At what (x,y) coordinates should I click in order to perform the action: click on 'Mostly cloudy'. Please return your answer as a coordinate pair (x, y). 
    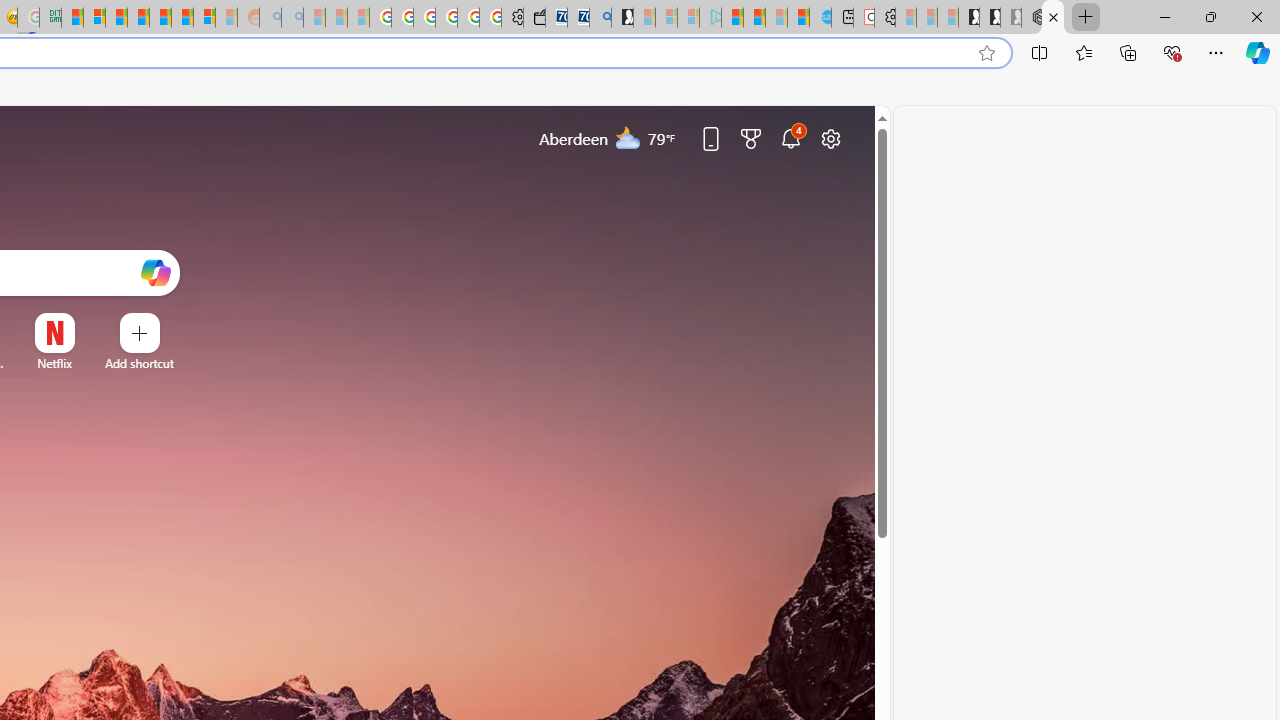
    Looking at the image, I should click on (627, 136).